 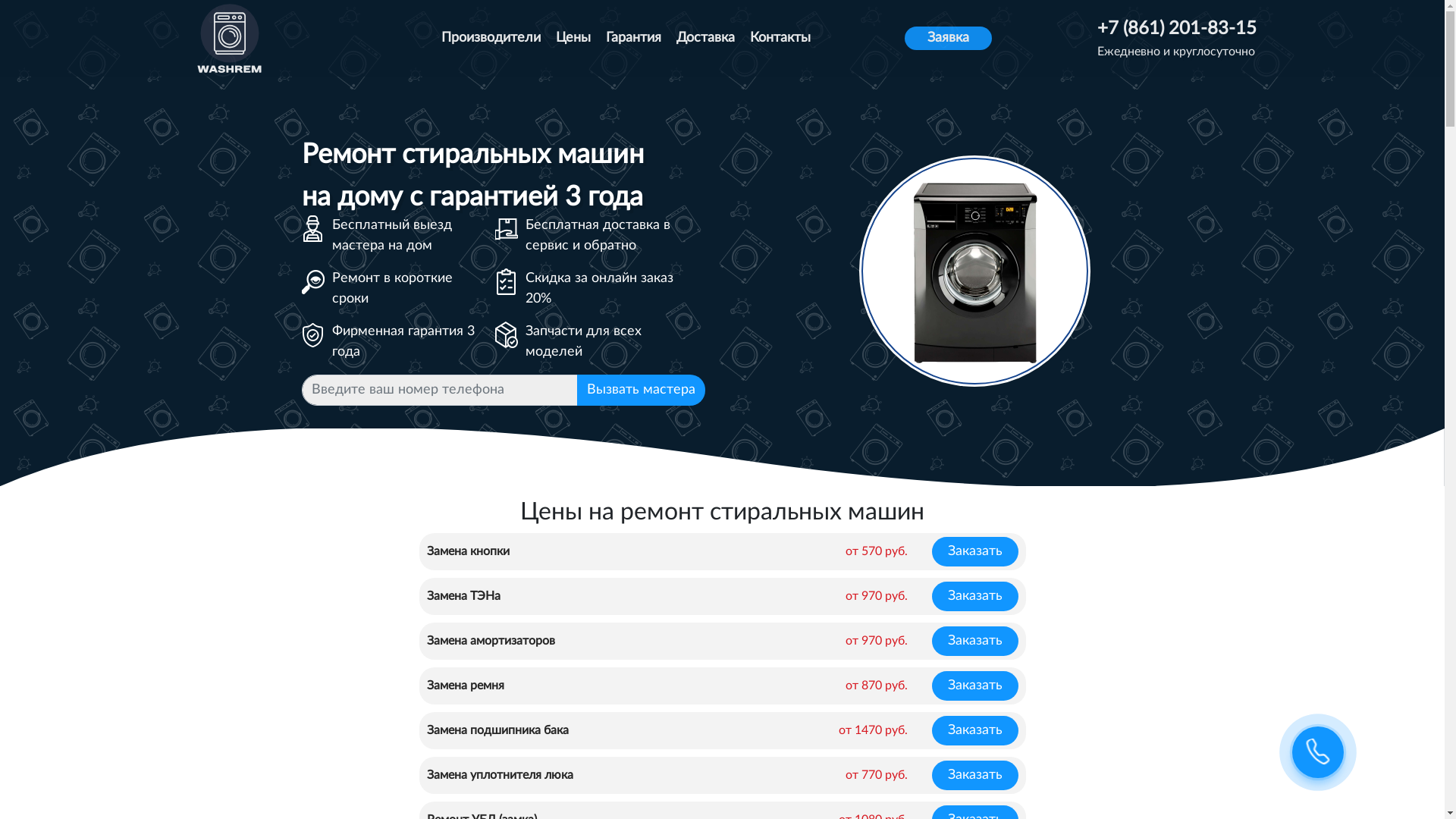 I want to click on '+7 (861) 201-83-15', so click(x=1175, y=29).